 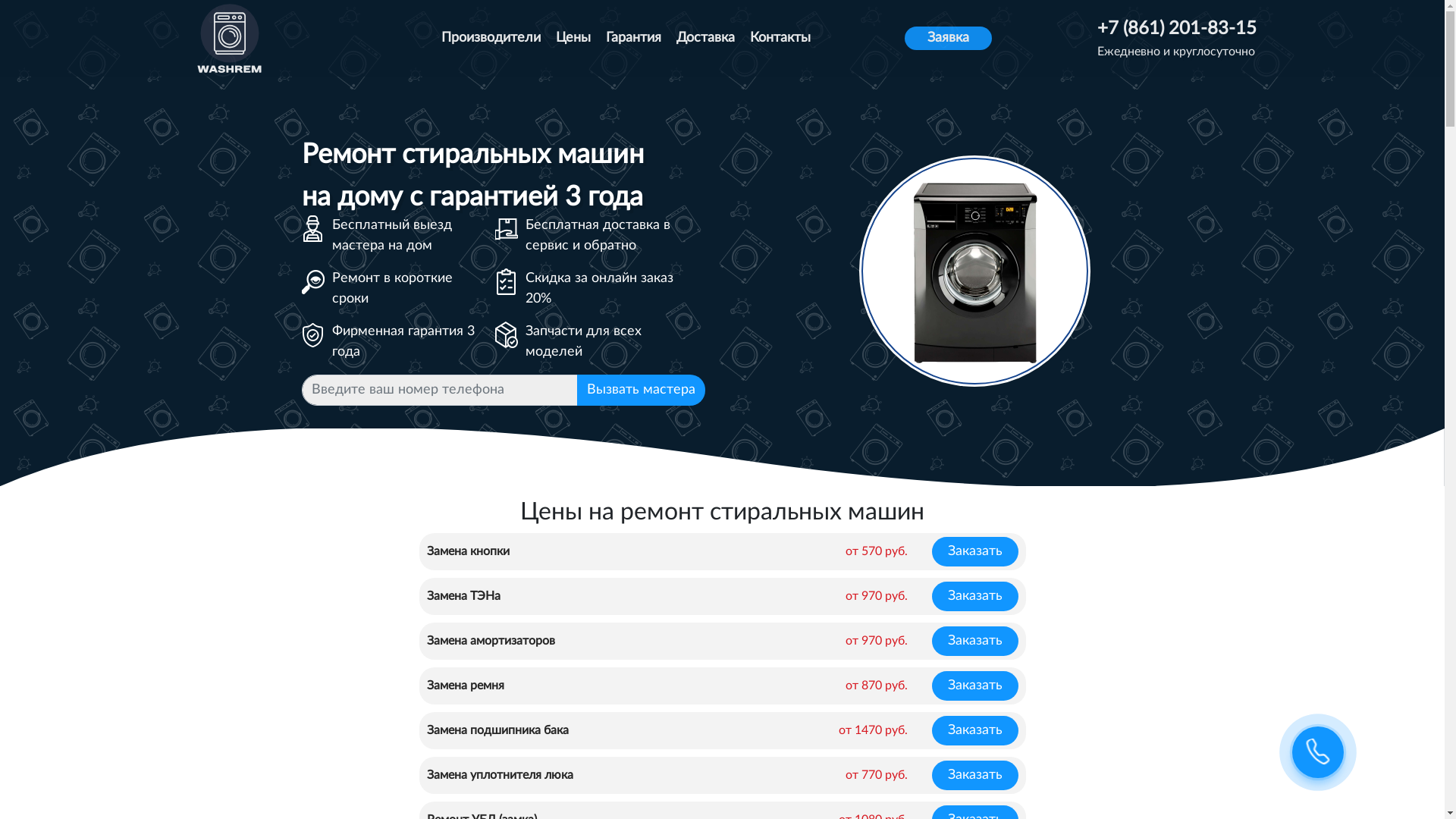 I want to click on '+7 (861) 201-83-15', so click(x=1175, y=29).